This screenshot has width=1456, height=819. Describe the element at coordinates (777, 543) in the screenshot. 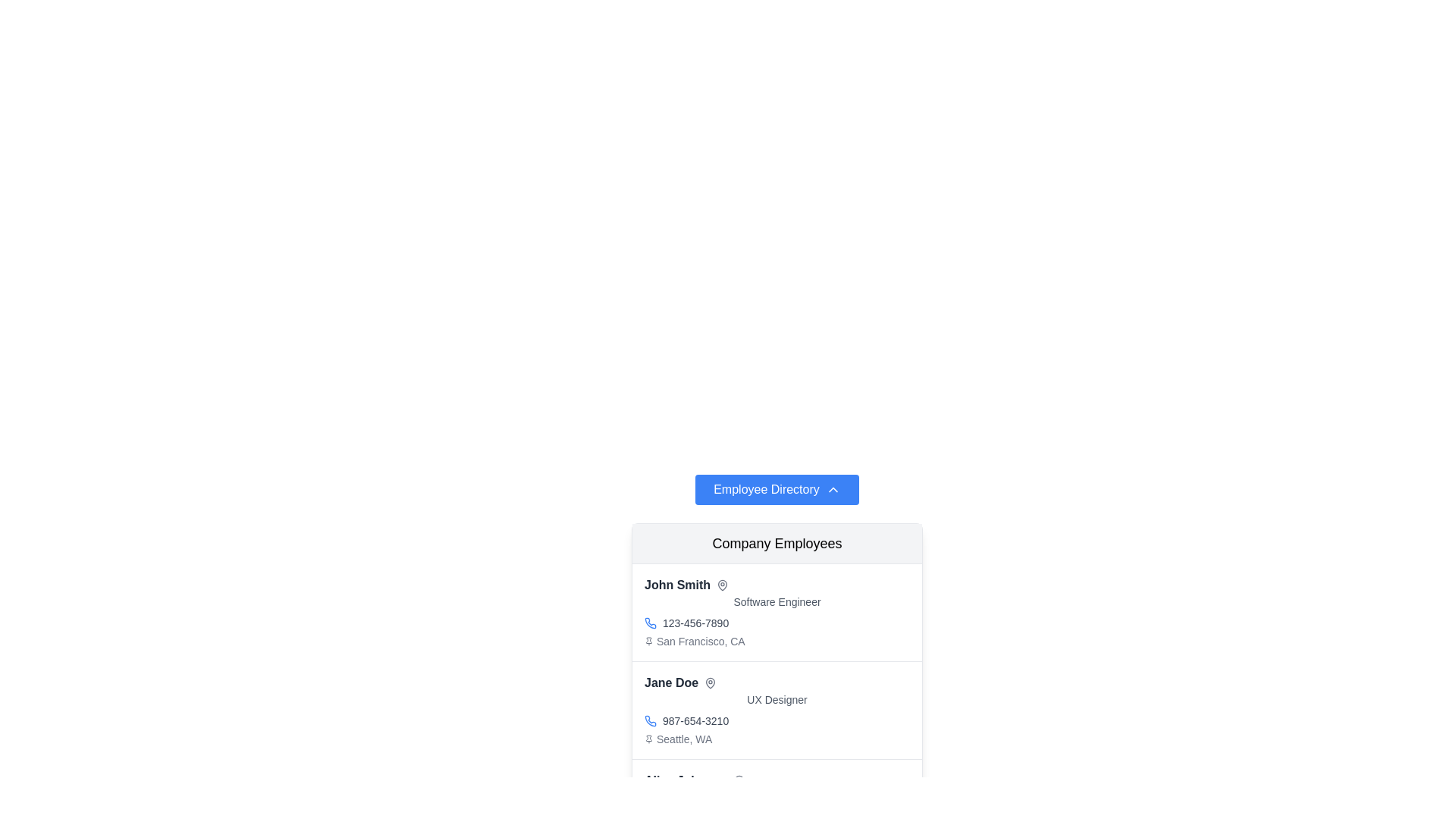

I see `the Static text label that serves as the heading for the 'Employee Directory' dropdown panel, indicating the section lists employees` at that location.